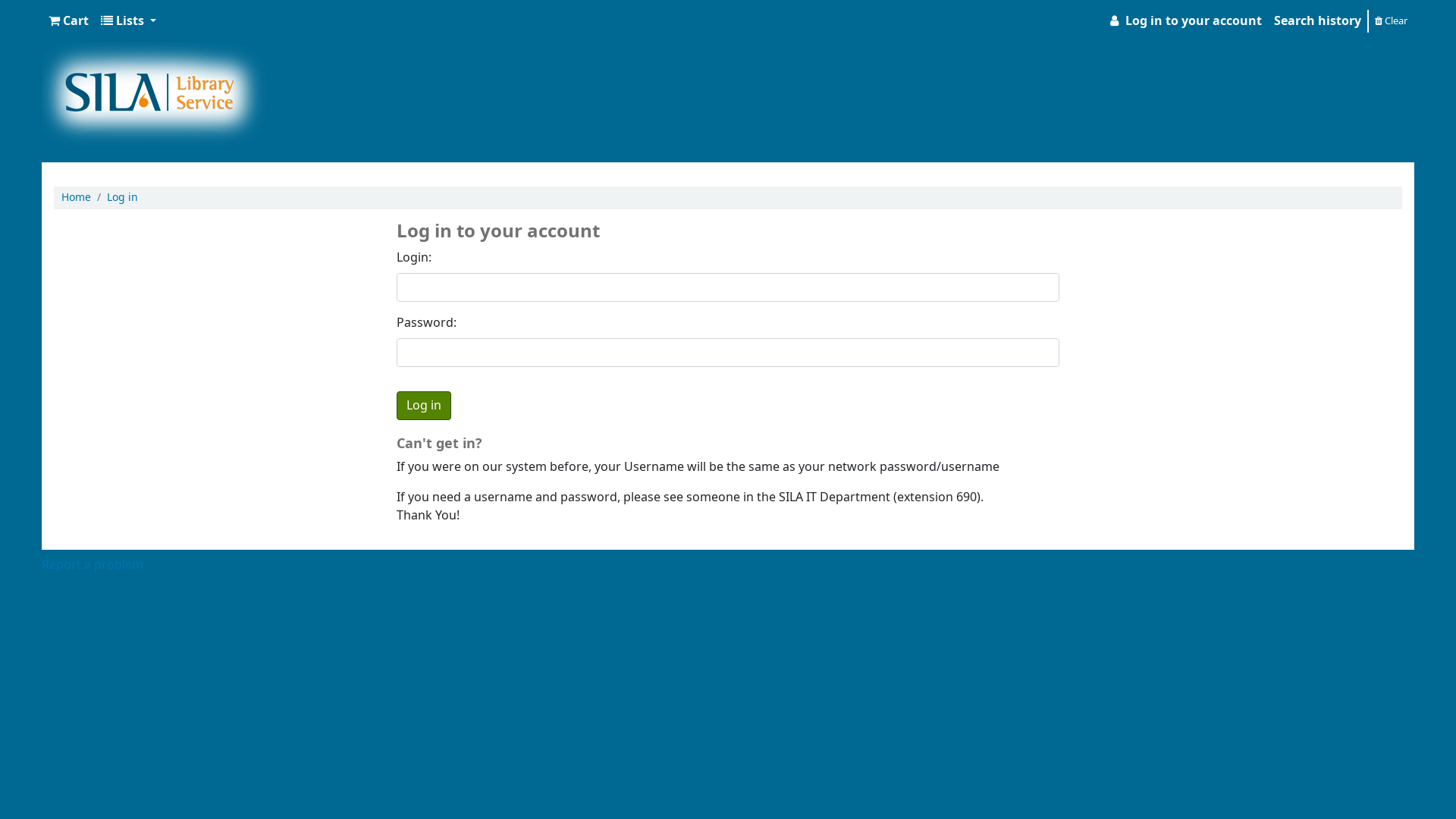 This screenshot has width=1456, height=819. I want to click on 'Clear', so click(1391, 20).